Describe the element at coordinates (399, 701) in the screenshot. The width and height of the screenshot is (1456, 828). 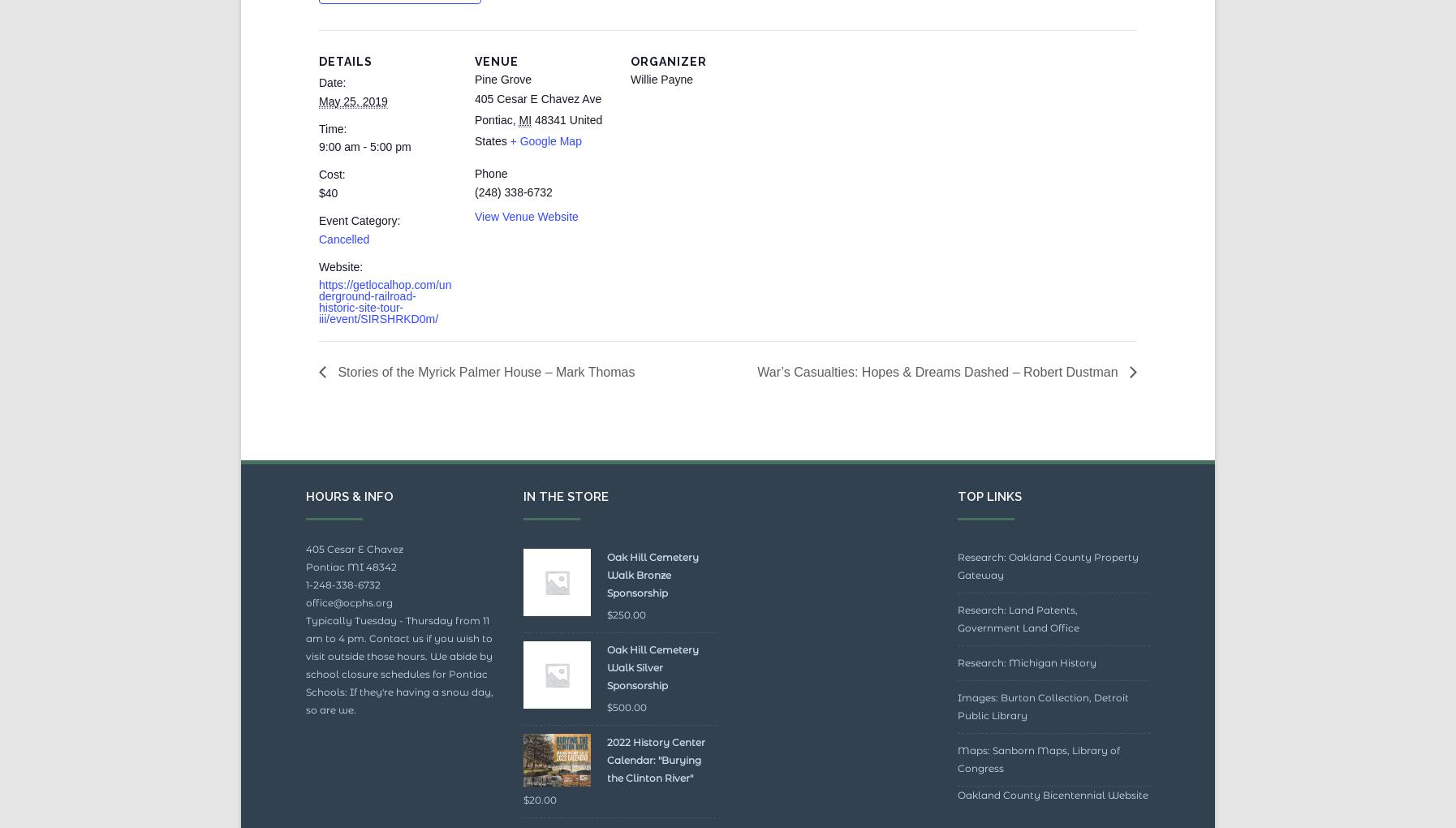
I see `'Typically Tuesday - Thursday from 11 am to 4 pm. Contact us if you wish to visit outside those hours.  We abide by school closure schedules for Pontiac Schools: If they're having a snow day, so are we.'` at that location.